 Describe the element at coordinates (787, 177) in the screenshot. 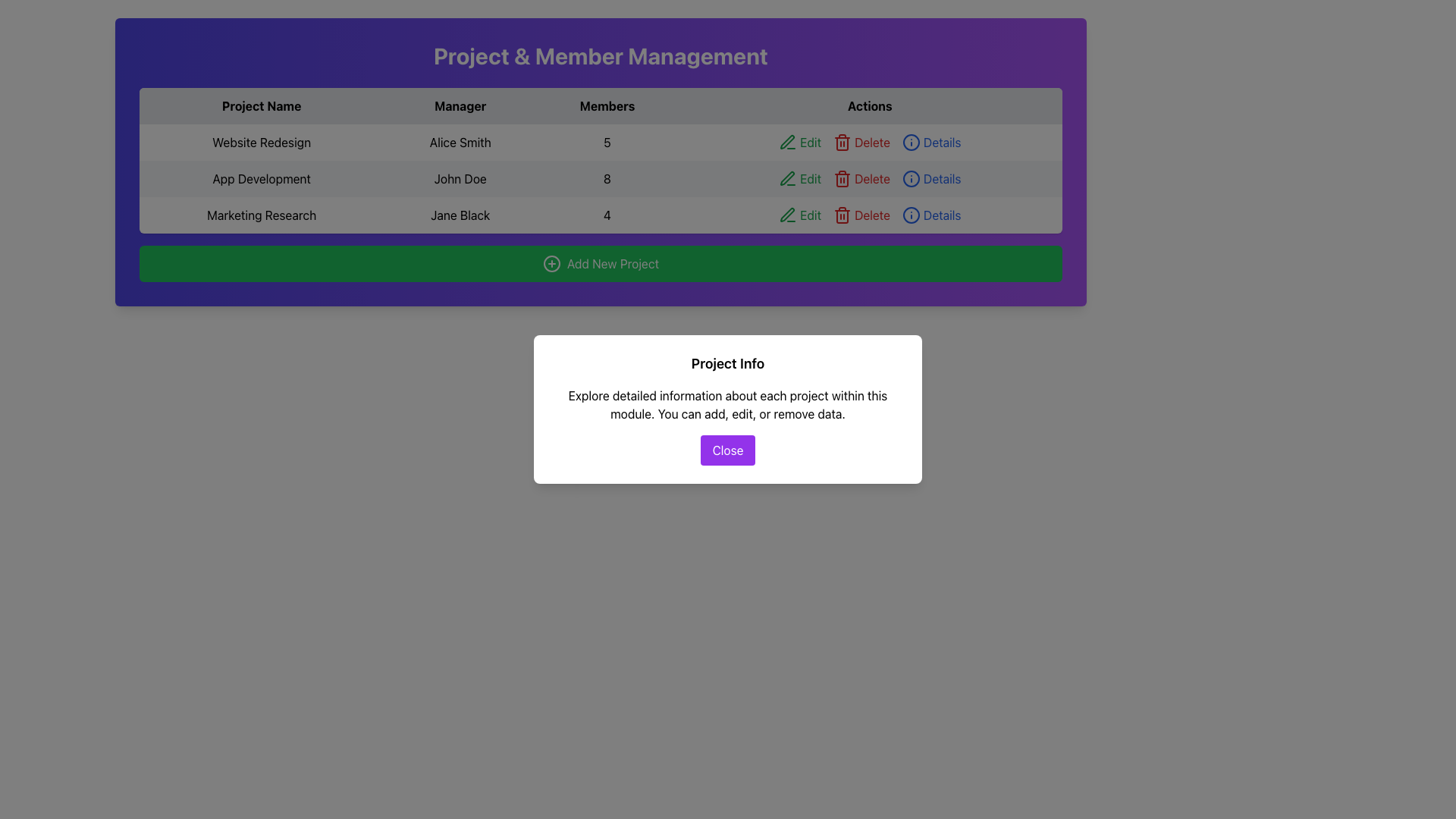

I see `the edit icon button located in the 'Actions' column next to the 'Edit' text for 'App Development'` at that location.